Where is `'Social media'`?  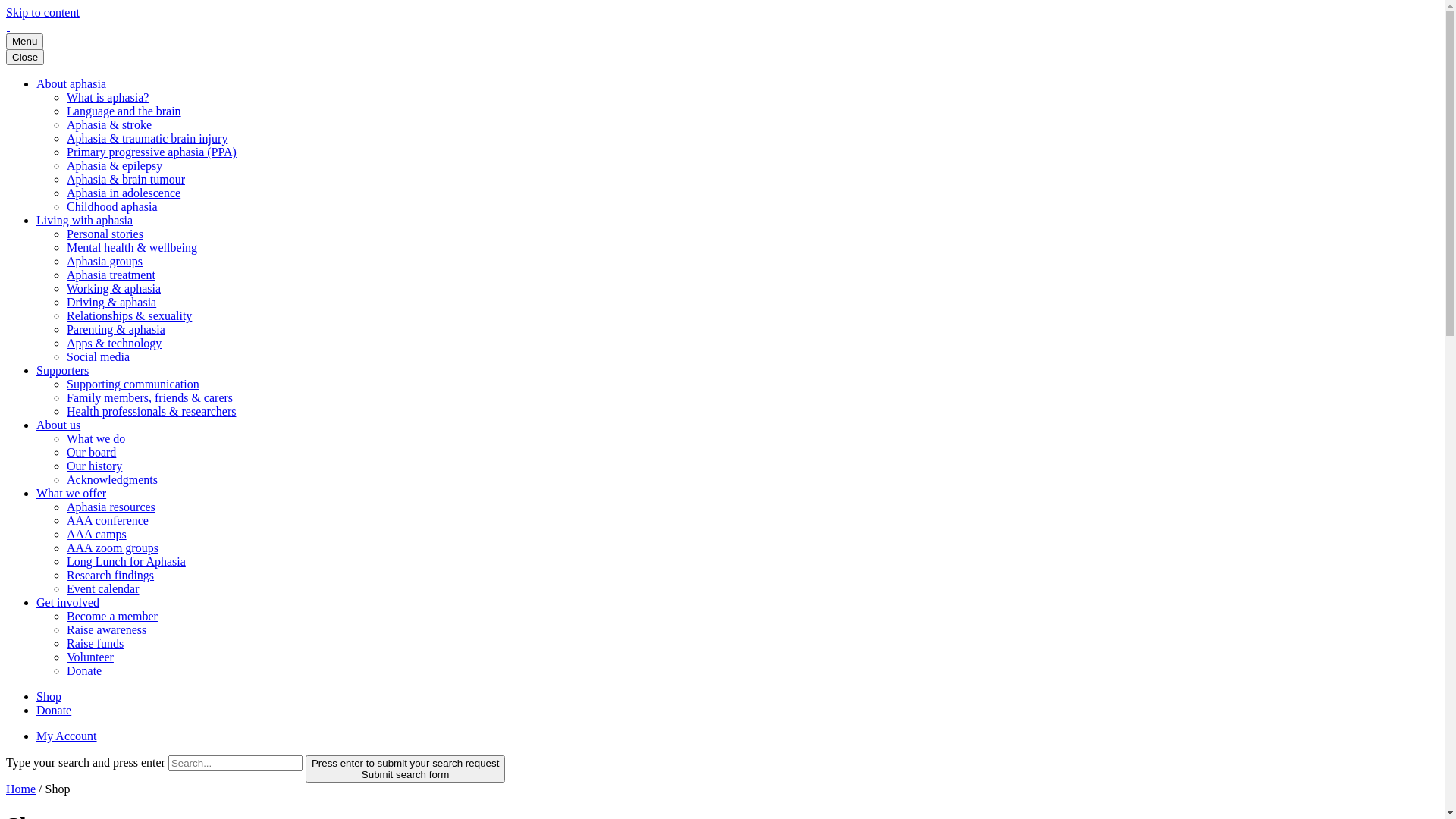 'Social media' is located at coordinates (97, 356).